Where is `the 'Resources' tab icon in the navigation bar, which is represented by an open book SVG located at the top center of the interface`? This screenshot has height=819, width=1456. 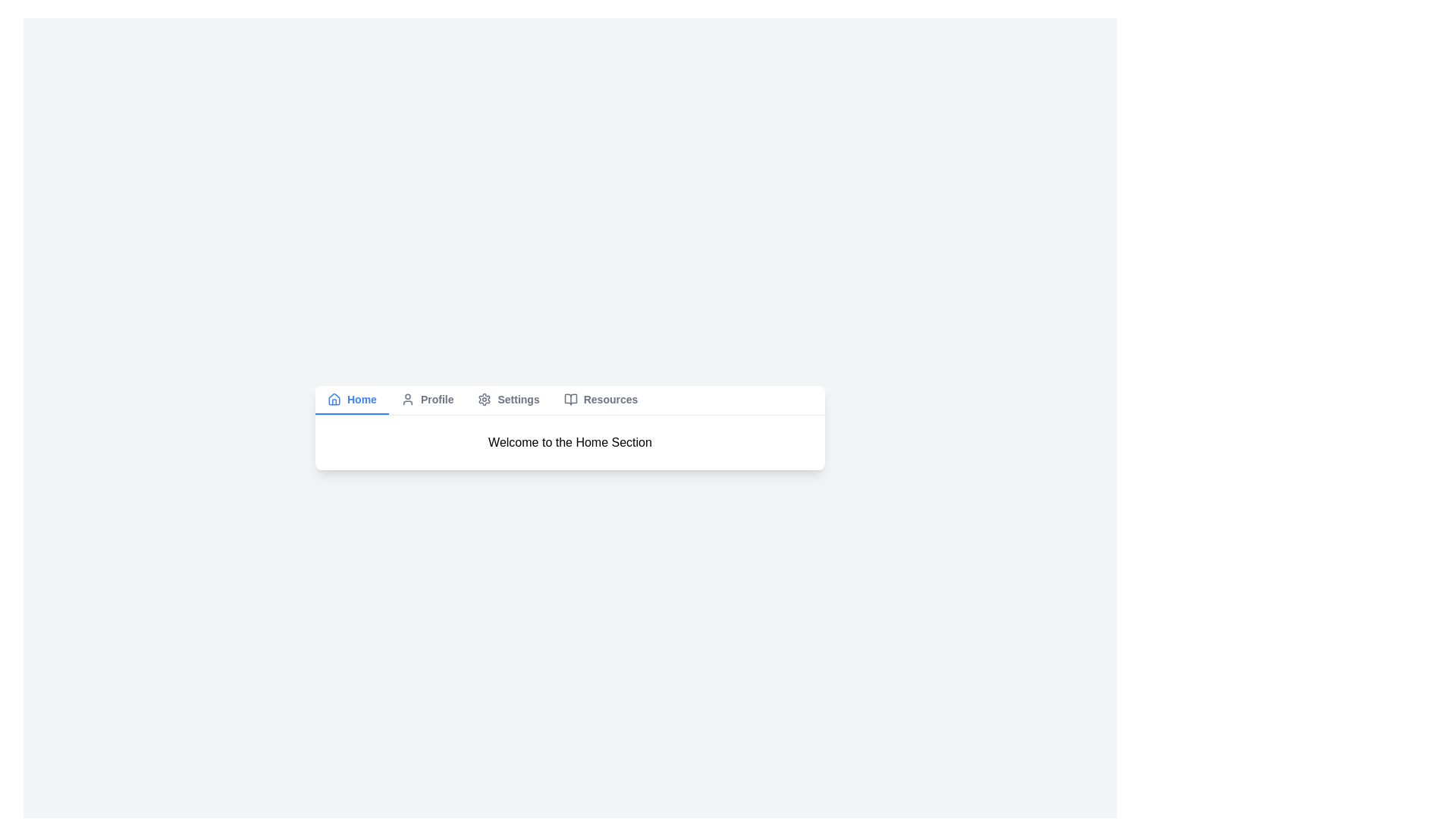 the 'Resources' tab icon in the navigation bar, which is represented by an open book SVG located at the top center of the interface is located at coordinates (570, 398).